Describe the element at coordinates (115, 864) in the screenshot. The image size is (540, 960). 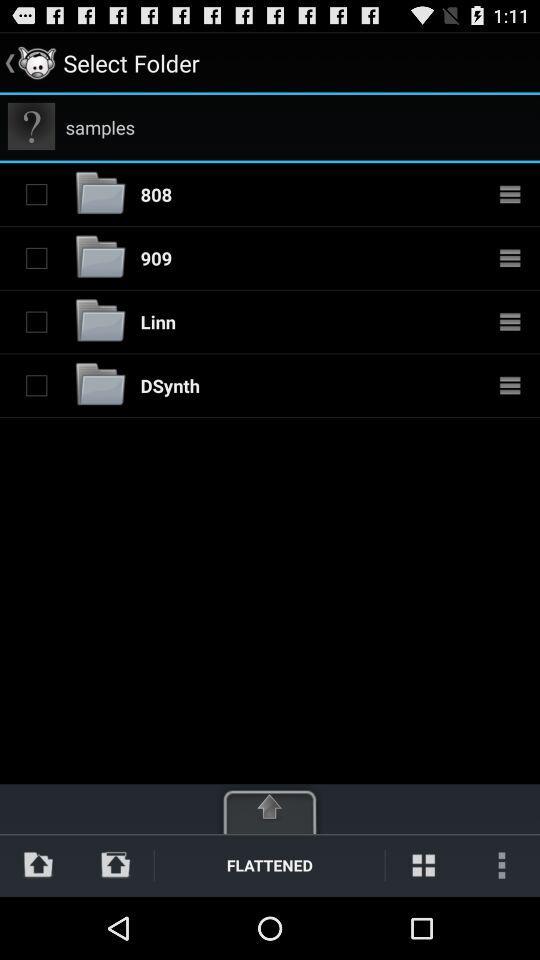
I see `icon to the left of the flattened icon` at that location.